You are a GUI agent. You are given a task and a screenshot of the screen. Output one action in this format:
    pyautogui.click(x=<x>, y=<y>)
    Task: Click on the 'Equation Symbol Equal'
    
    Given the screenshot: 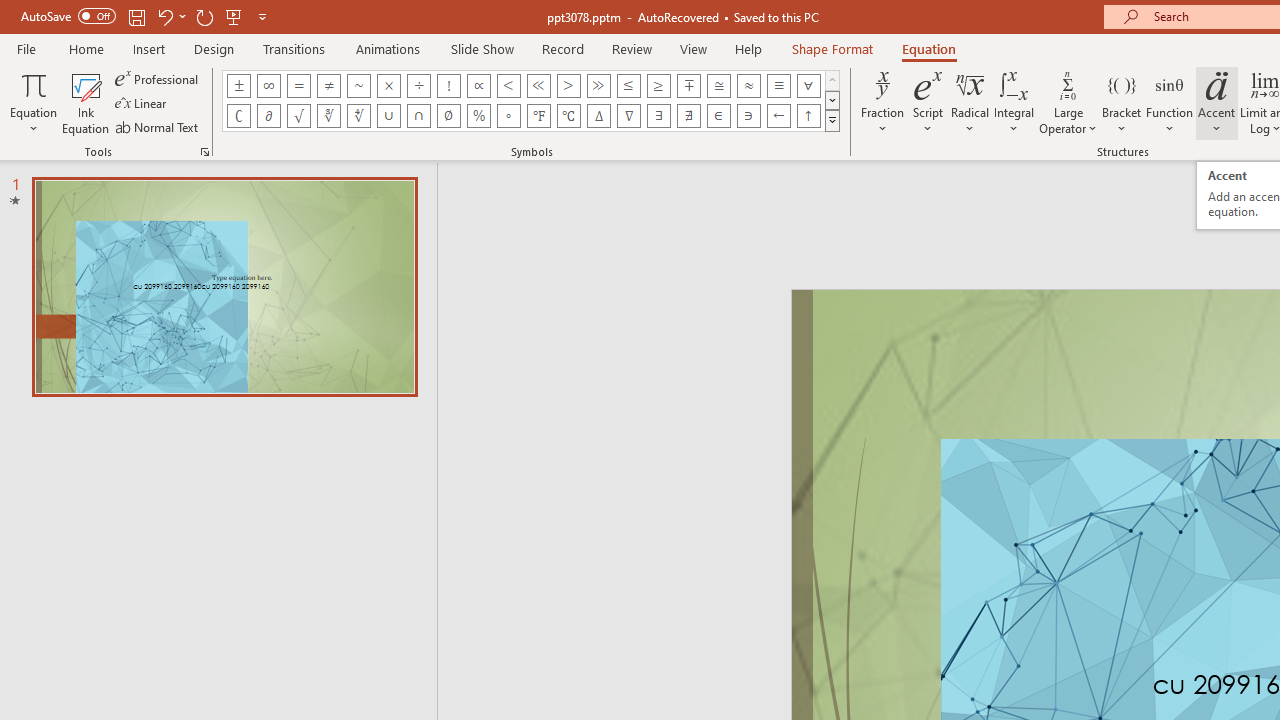 What is the action you would take?
    pyautogui.click(x=297, y=85)
    